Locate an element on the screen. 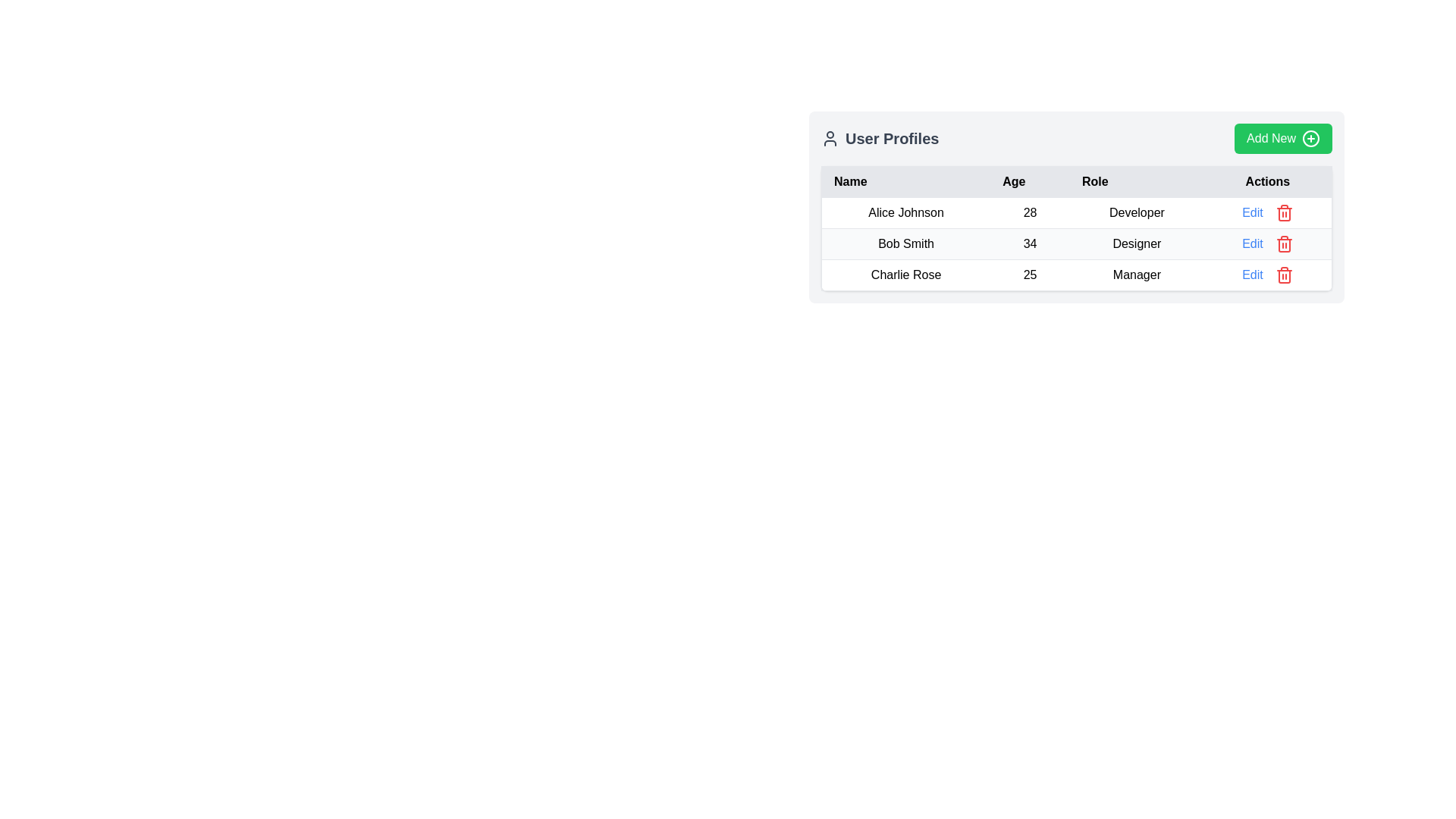 This screenshot has height=819, width=1456. the non-interactive display of numerical data representing the age of the user 'Bob Smith' in the 'Age' column of the table, located in the second row is located at coordinates (1030, 243).